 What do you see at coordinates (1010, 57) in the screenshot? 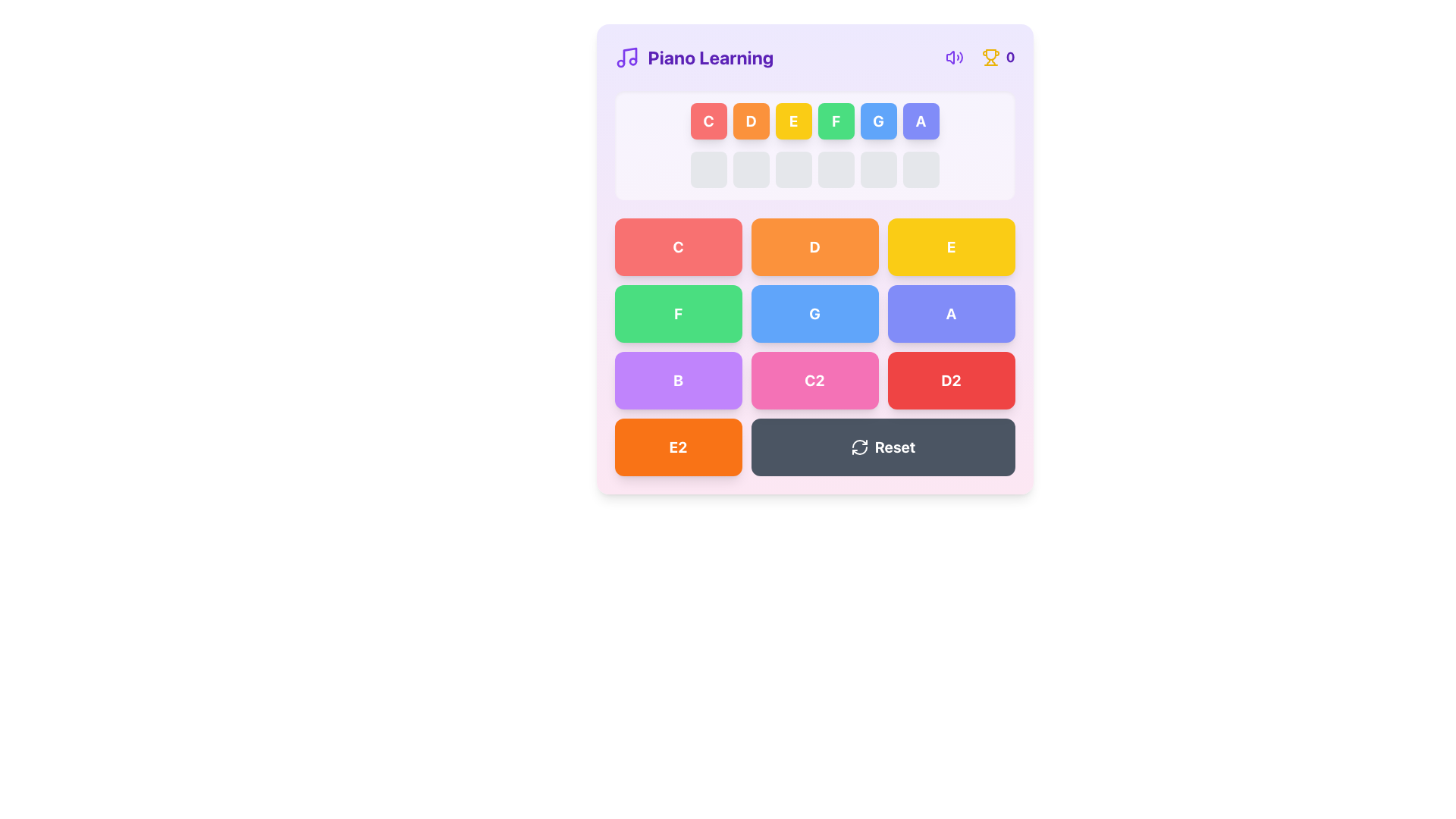
I see `the bold, violet-colored text displaying the character '0' located at the top-right corner of the interface, adjacent to a trophy icon` at bounding box center [1010, 57].